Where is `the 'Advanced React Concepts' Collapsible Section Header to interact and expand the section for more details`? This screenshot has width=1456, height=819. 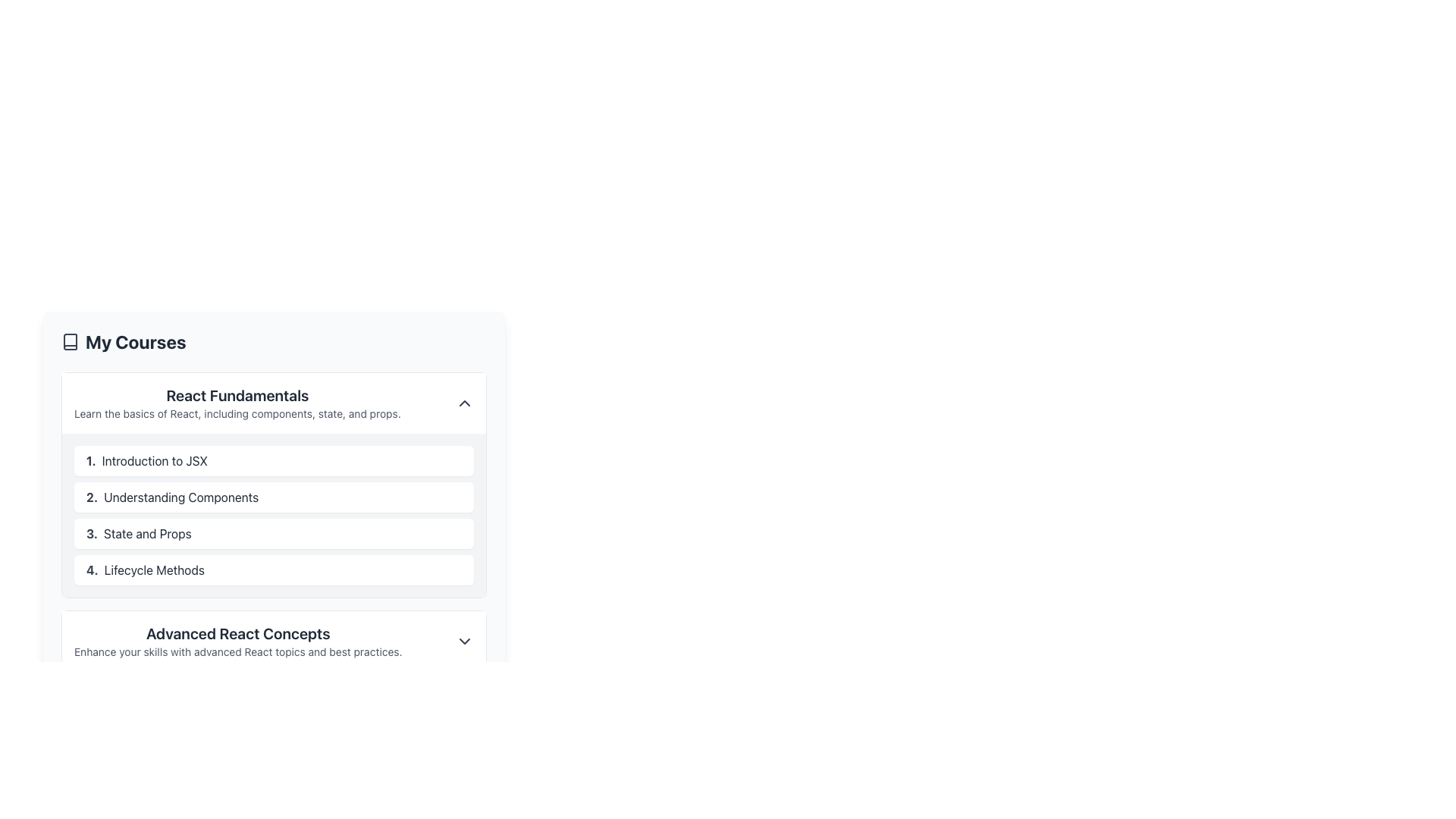 the 'Advanced React Concepts' Collapsible Section Header to interact and expand the section for more details is located at coordinates (274, 641).